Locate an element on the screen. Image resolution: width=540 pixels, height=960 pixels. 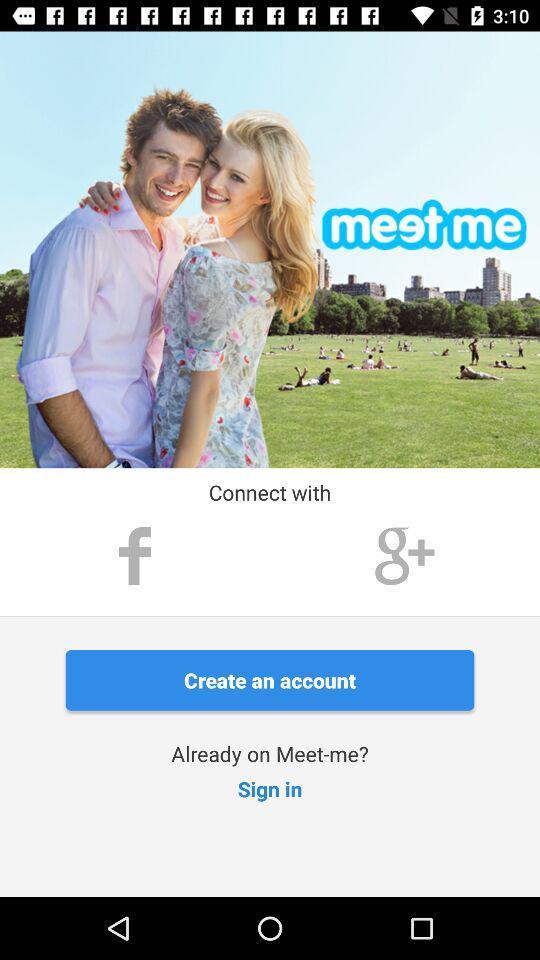
the create an account icon is located at coordinates (270, 680).